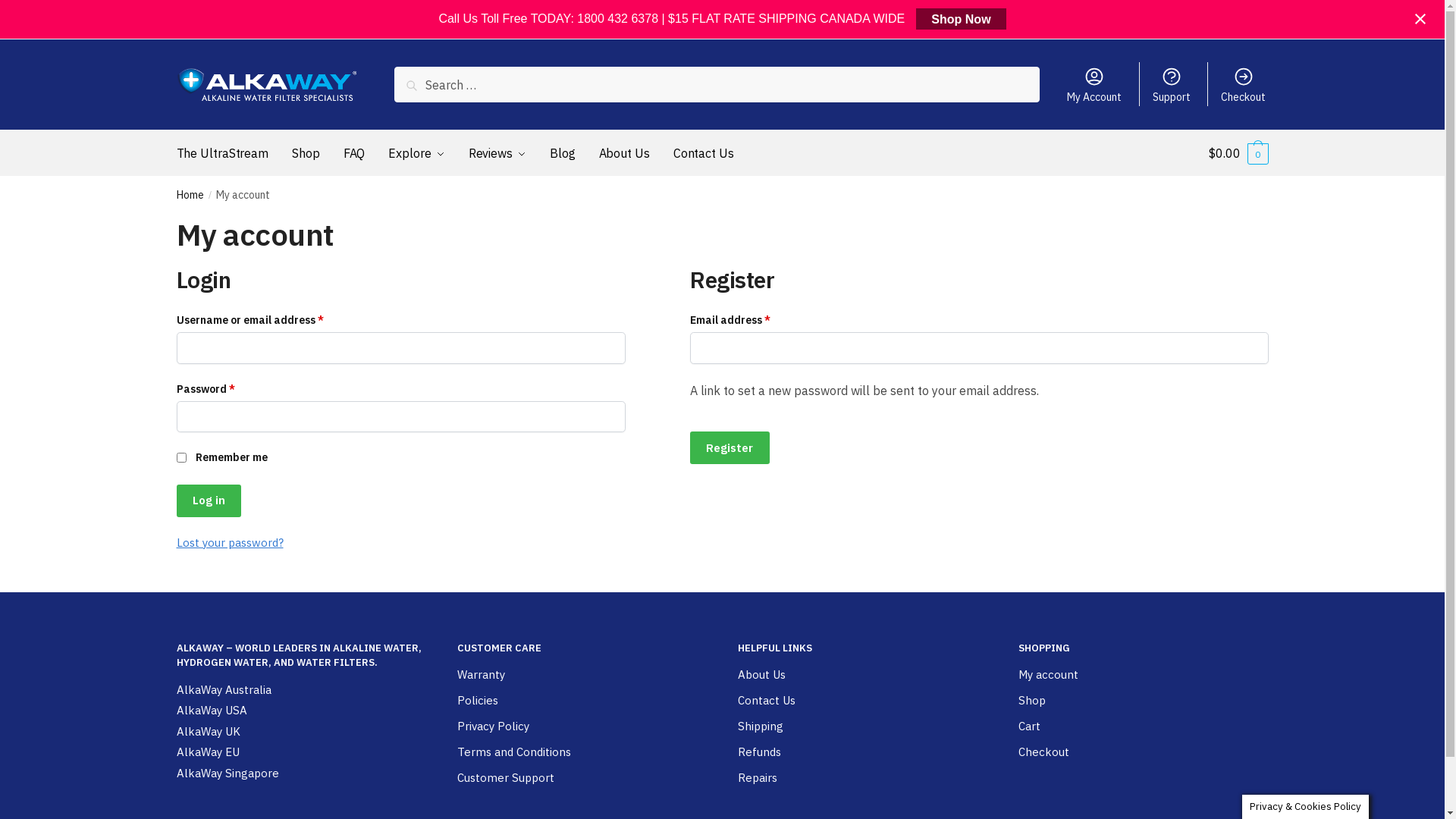  What do you see at coordinates (226, 773) in the screenshot?
I see `'AlkaWay Singapore'` at bounding box center [226, 773].